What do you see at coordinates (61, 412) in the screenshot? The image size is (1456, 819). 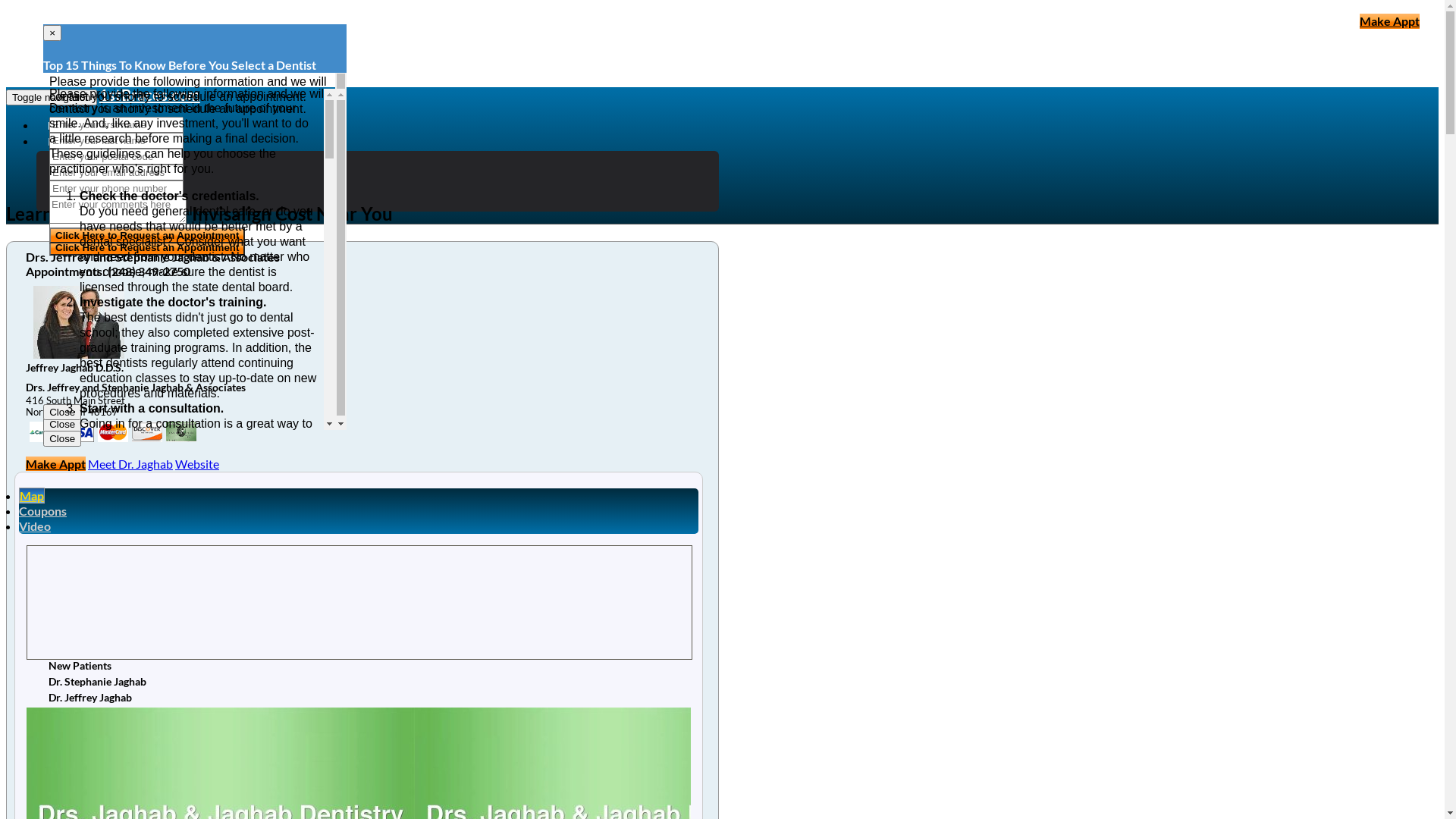 I see `'Close'` at bounding box center [61, 412].